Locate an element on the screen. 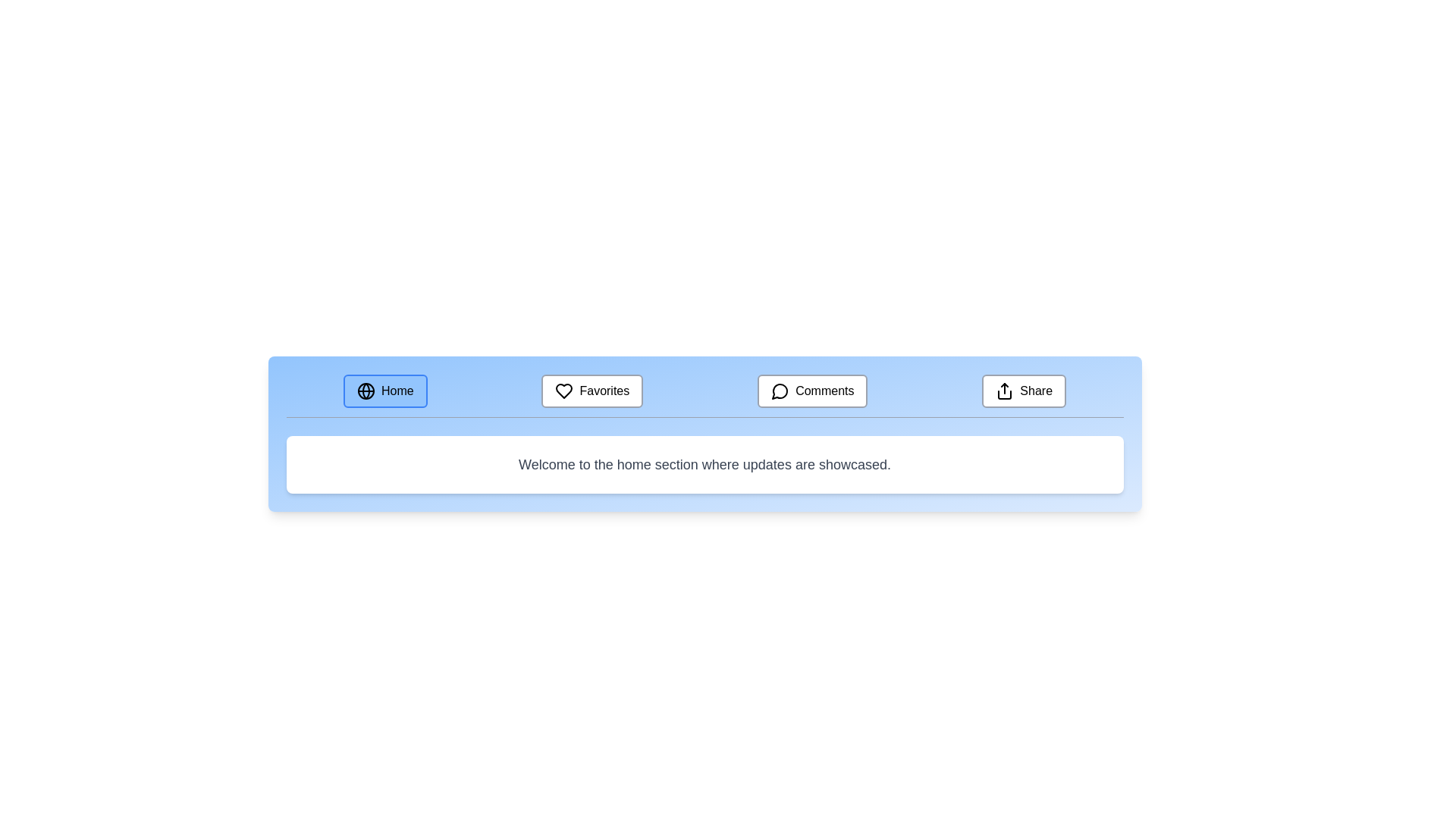  the Comments tab by clicking on it is located at coordinates (811, 391).